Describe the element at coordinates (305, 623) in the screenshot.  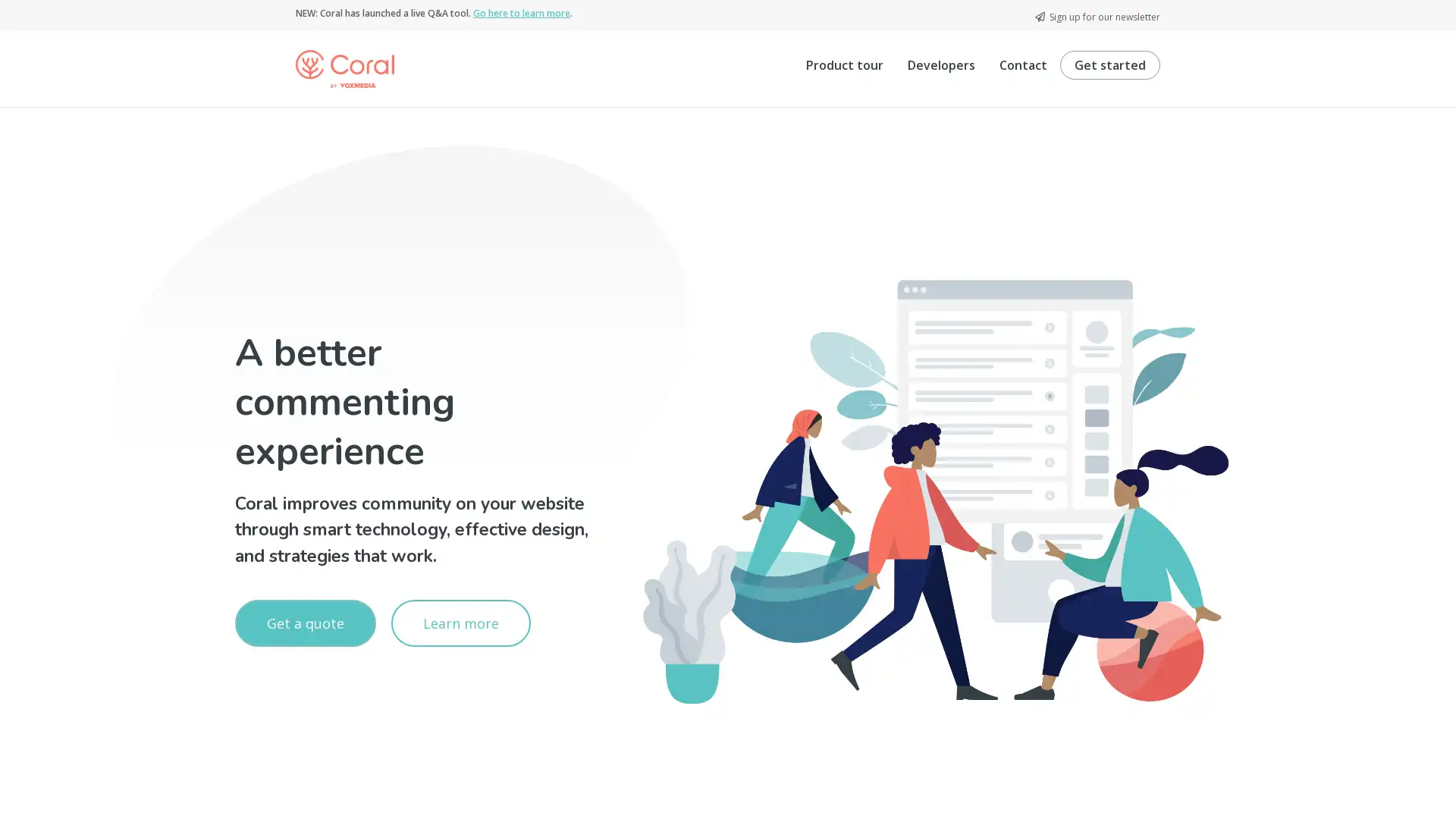
I see `Get a quote` at that location.